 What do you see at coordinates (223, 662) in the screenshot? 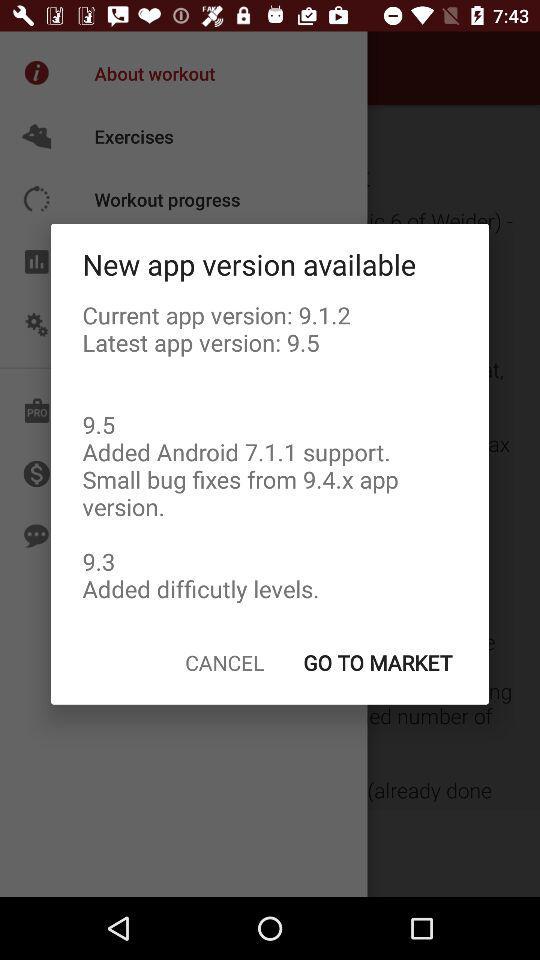
I see `cancel` at bounding box center [223, 662].